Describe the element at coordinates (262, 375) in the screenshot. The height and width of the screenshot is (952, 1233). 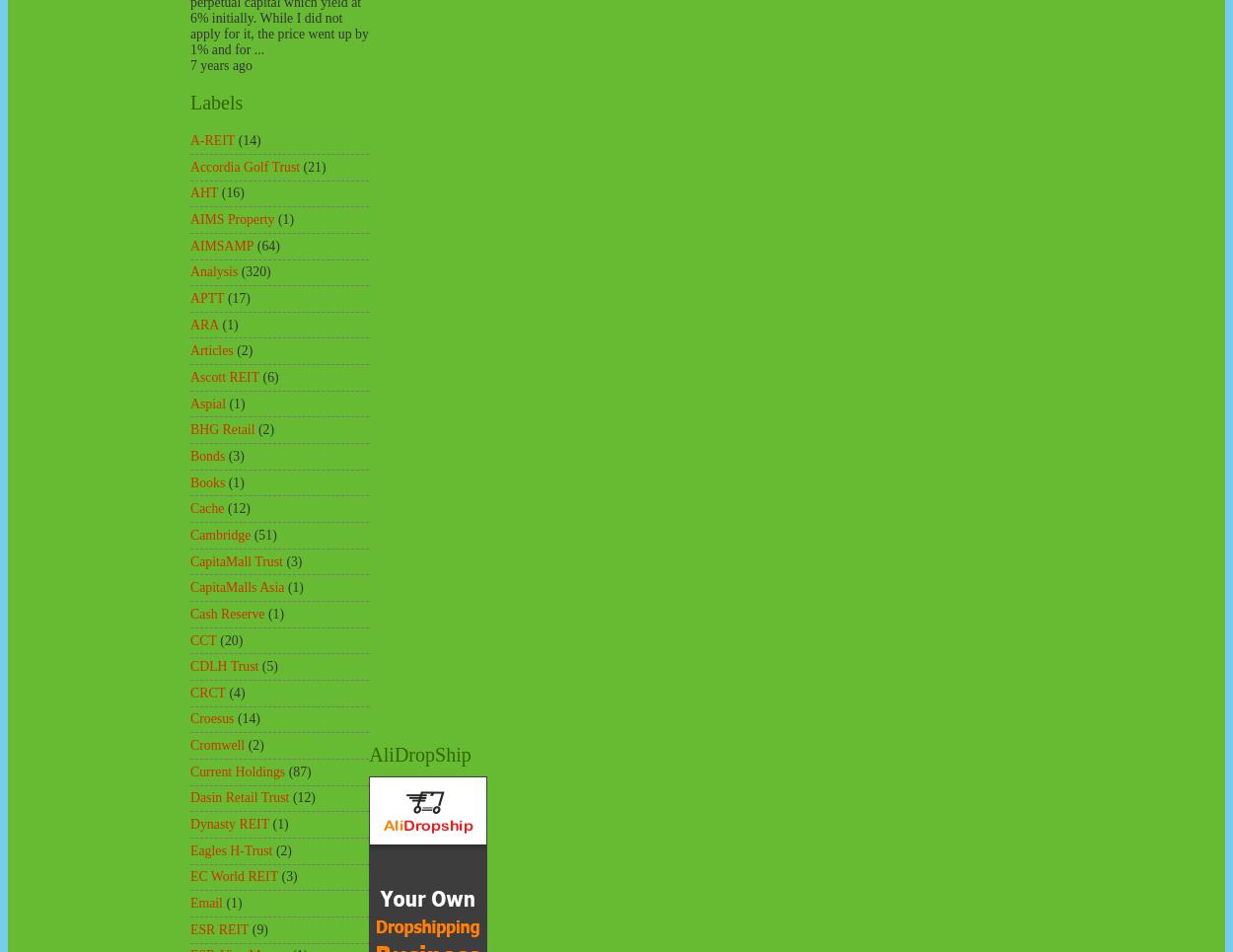
I see `'(6)'` at that location.